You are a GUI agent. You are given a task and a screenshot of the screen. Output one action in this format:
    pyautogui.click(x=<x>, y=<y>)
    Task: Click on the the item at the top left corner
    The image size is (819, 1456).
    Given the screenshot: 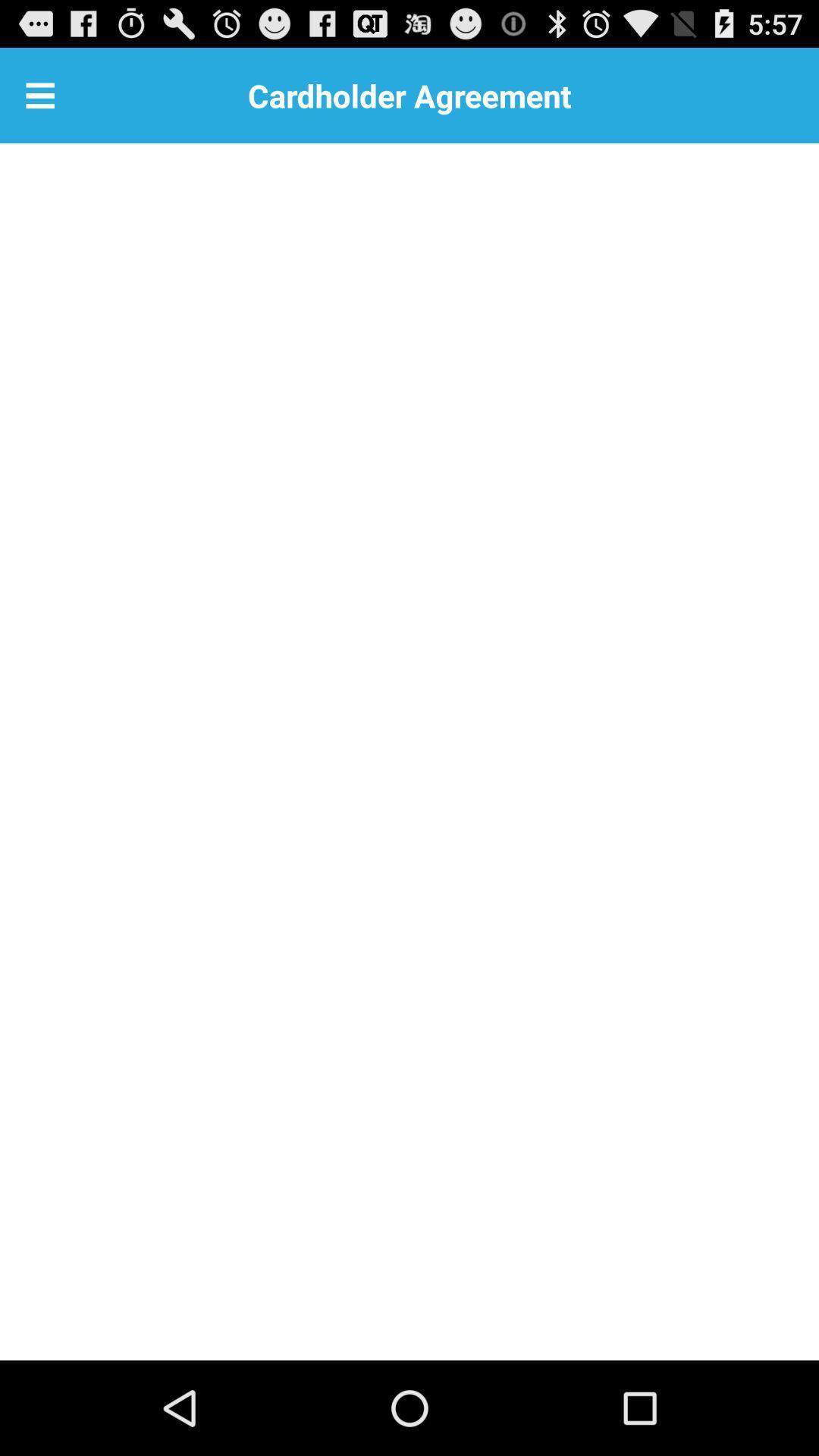 What is the action you would take?
    pyautogui.click(x=39, y=94)
    